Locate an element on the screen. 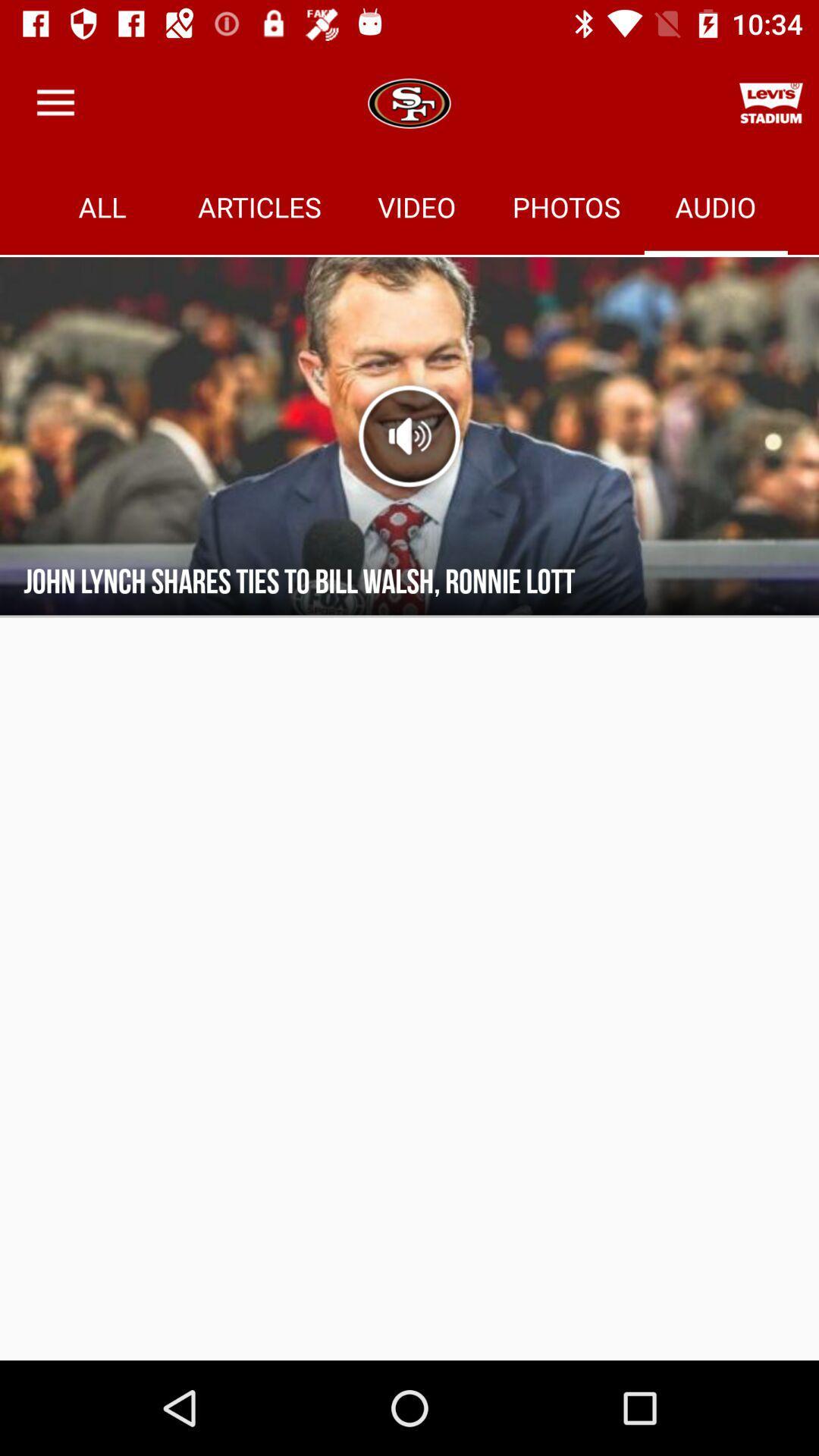  icon above all item is located at coordinates (55, 102).